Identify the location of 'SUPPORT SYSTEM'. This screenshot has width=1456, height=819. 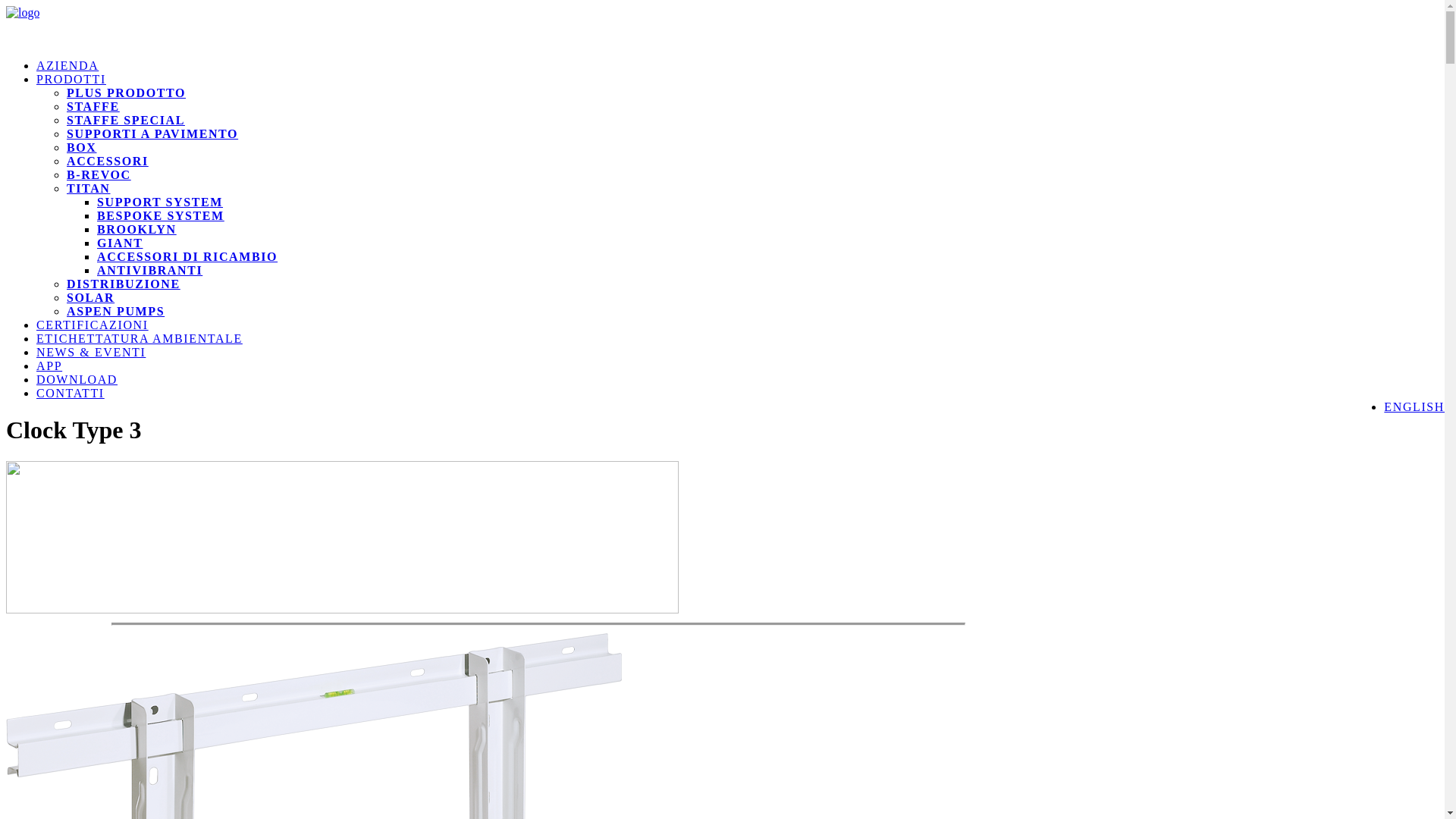
(96, 201).